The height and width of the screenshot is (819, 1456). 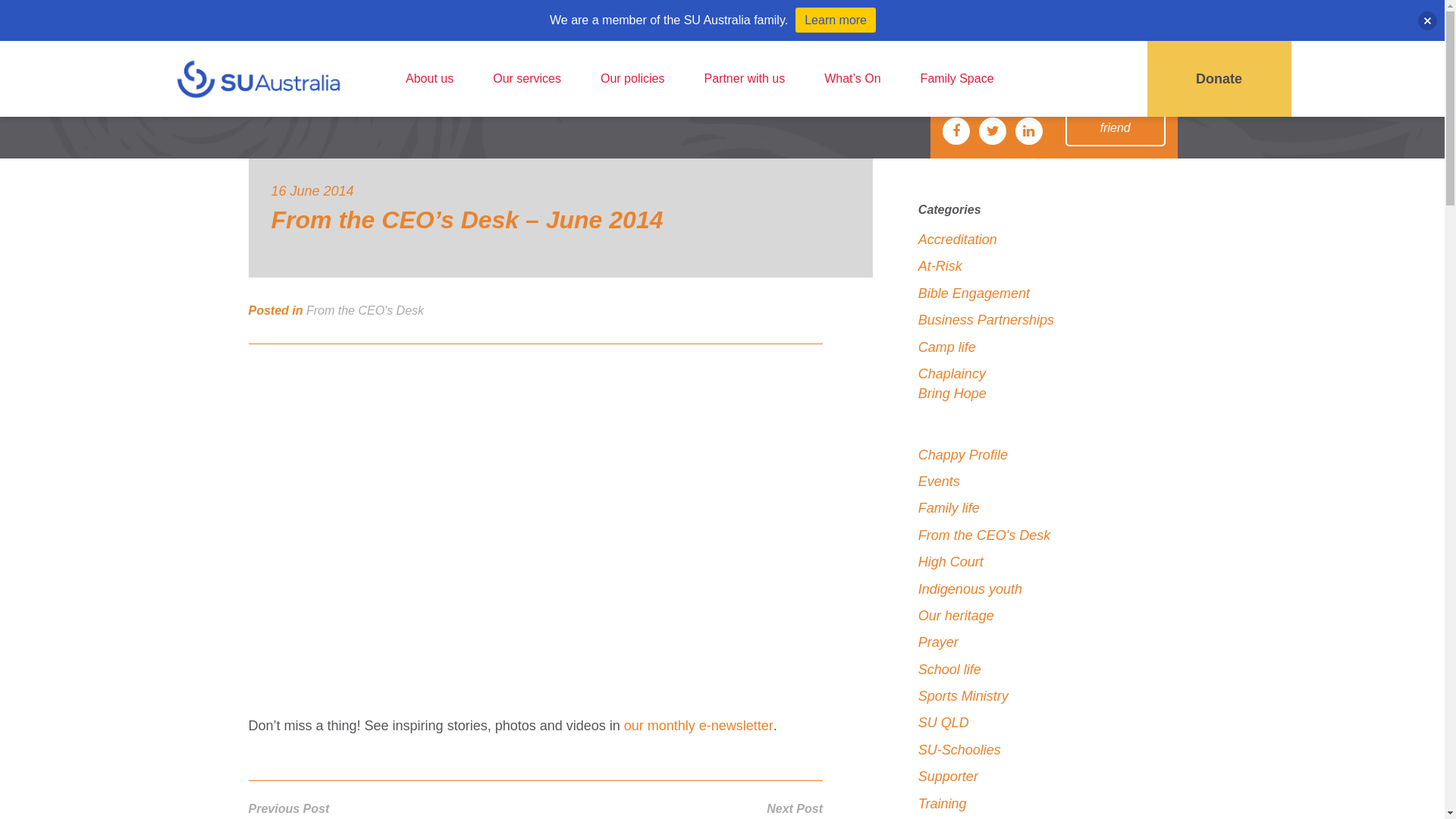 What do you see at coordinates (937, 642) in the screenshot?
I see `'Prayer'` at bounding box center [937, 642].